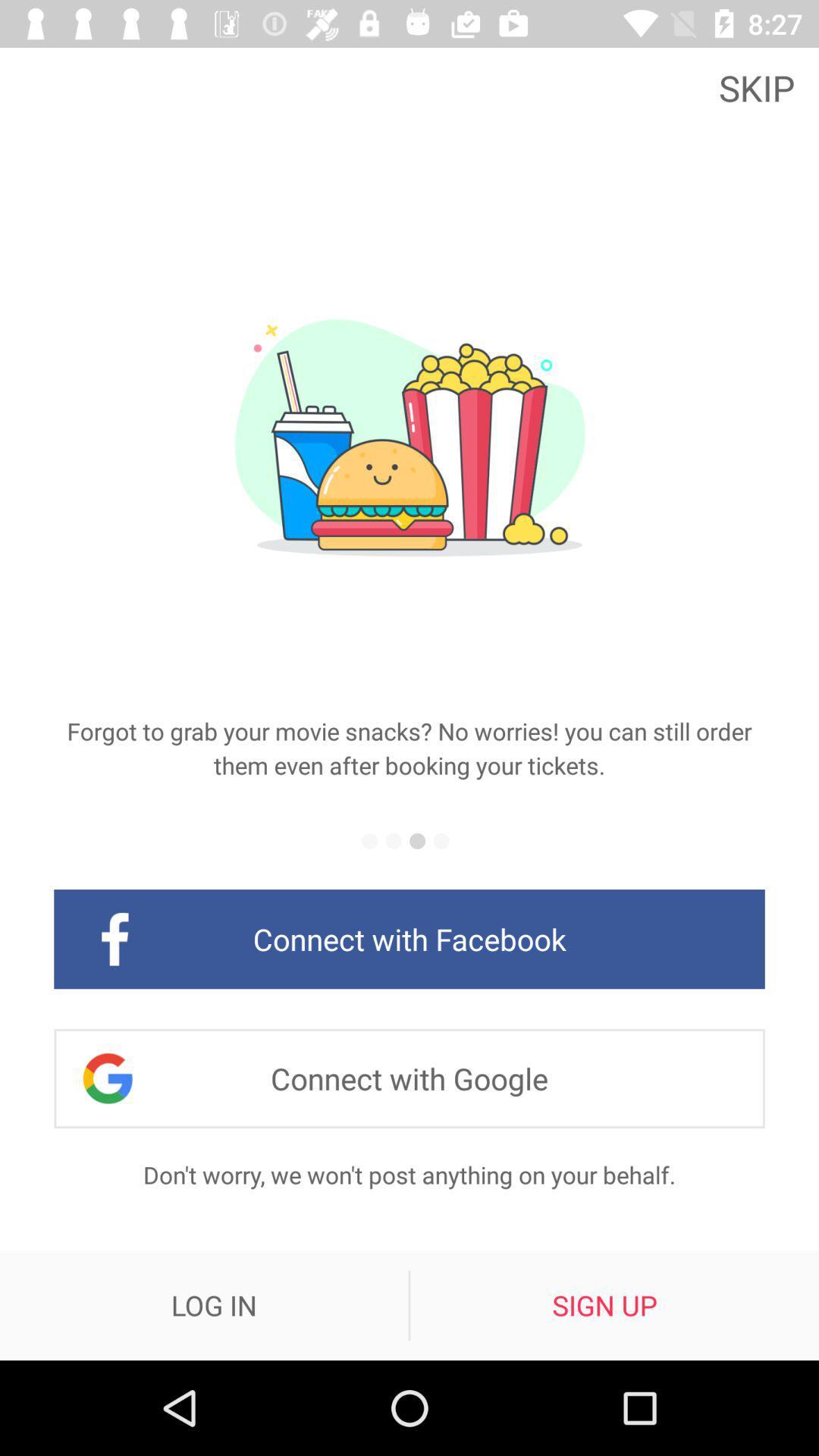 The image size is (819, 1456). I want to click on the skip at the top right corner, so click(761, 86).